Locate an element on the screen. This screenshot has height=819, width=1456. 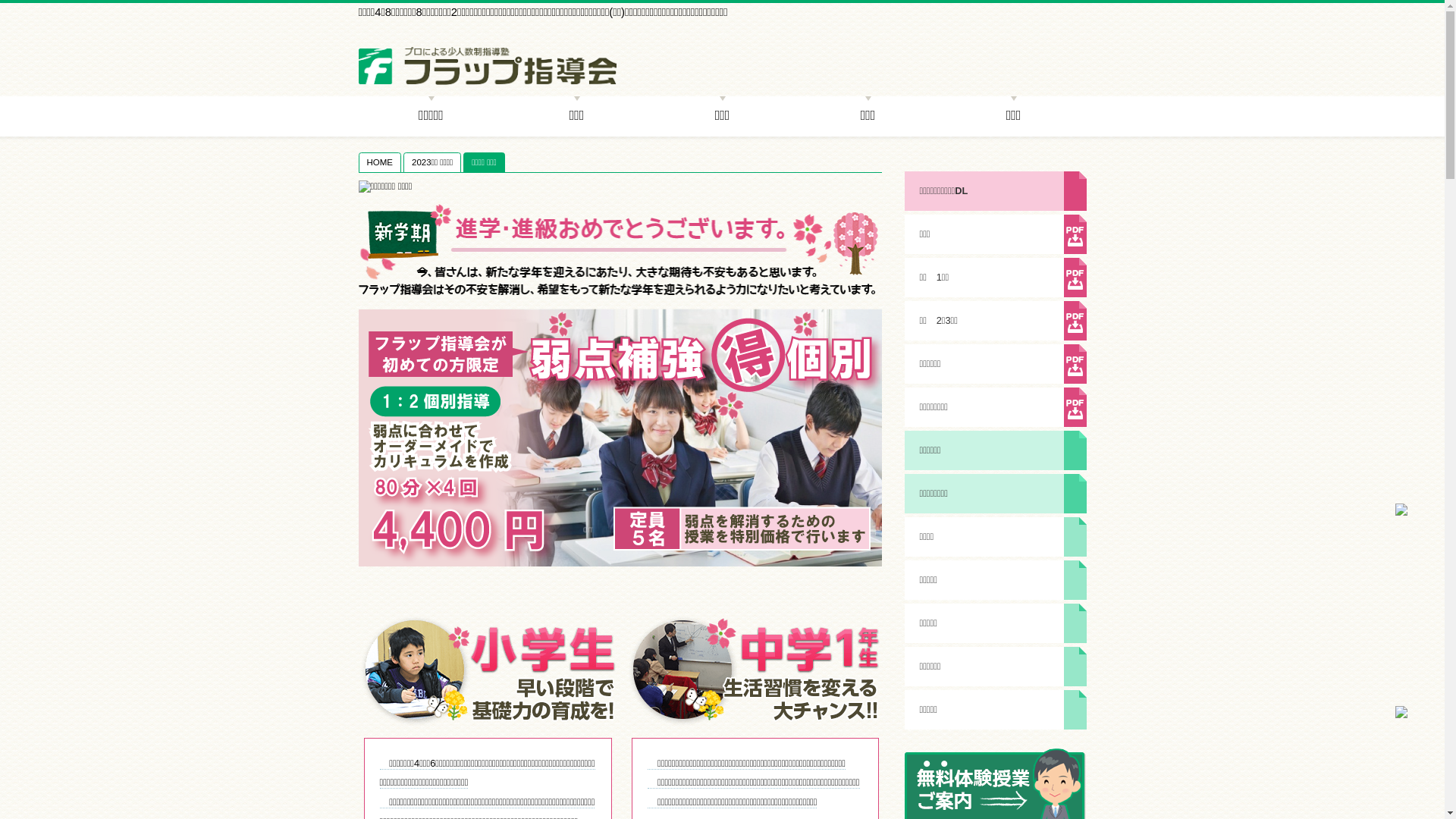
'HOME' is located at coordinates (380, 162).